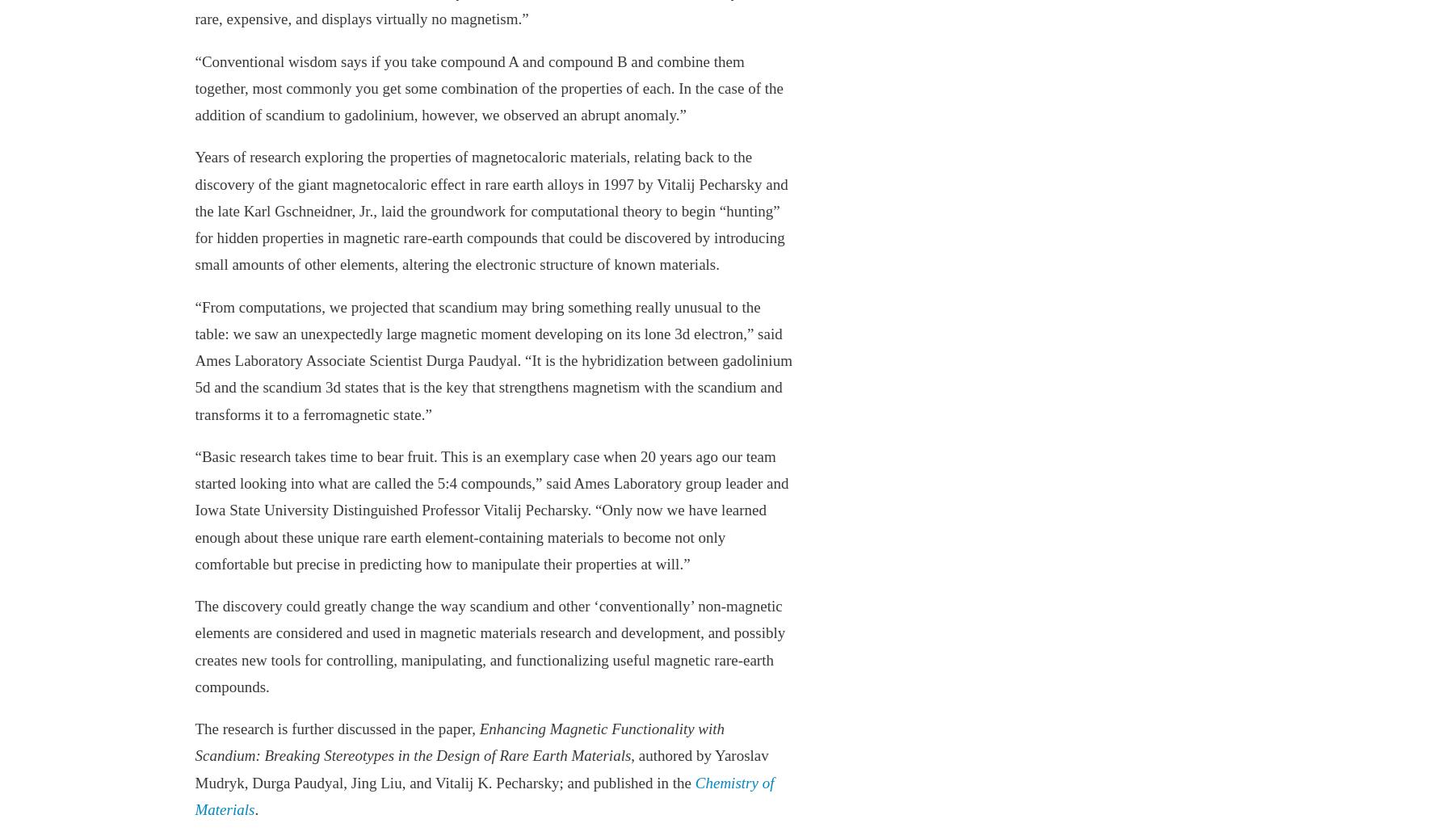 Image resolution: width=1454 pixels, height=840 pixels. What do you see at coordinates (255, 808) in the screenshot?
I see `'.'` at bounding box center [255, 808].